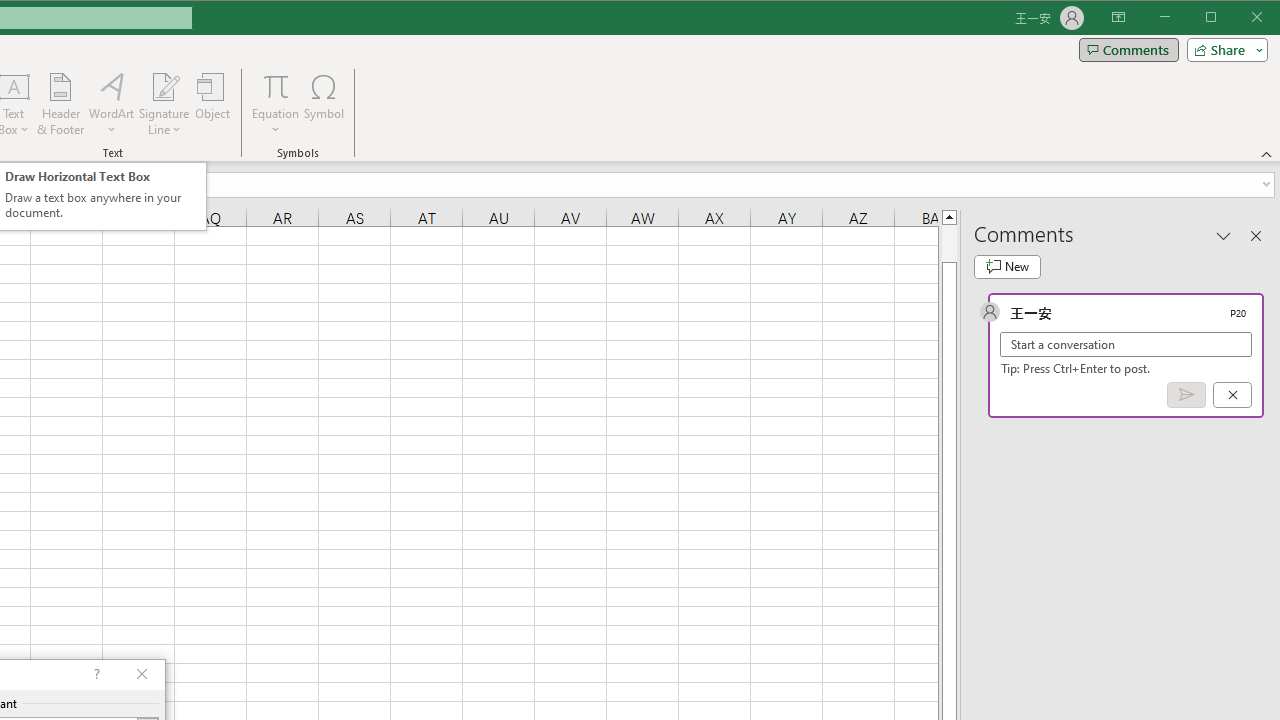 This screenshot has width=1280, height=720. Describe the element at coordinates (164, 104) in the screenshot. I see `'Signature Line'` at that location.